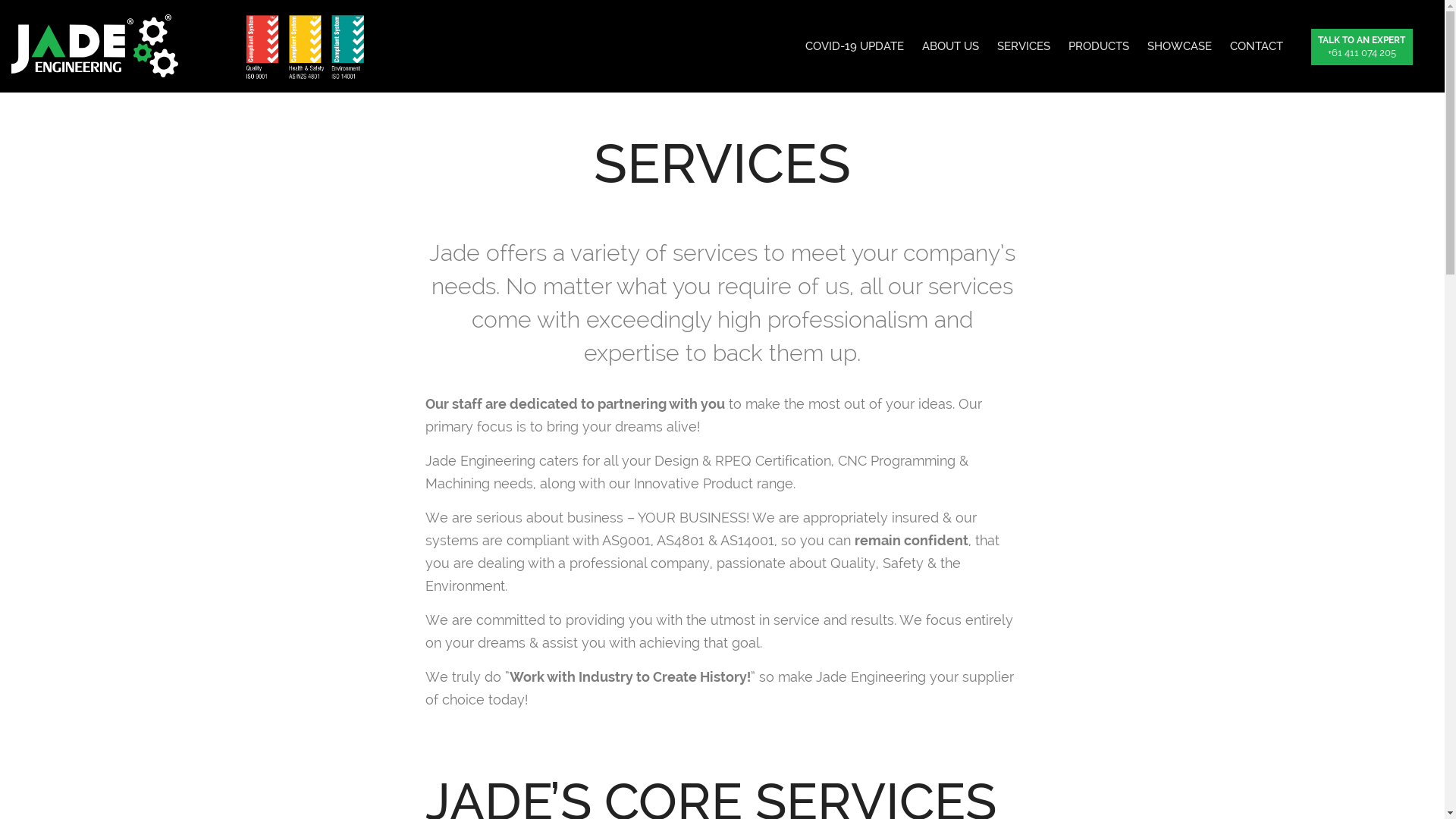 This screenshot has width=1456, height=819. What do you see at coordinates (949, 45) in the screenshot?
I see `'ABOUT US'` at bounding box center [949, 45].